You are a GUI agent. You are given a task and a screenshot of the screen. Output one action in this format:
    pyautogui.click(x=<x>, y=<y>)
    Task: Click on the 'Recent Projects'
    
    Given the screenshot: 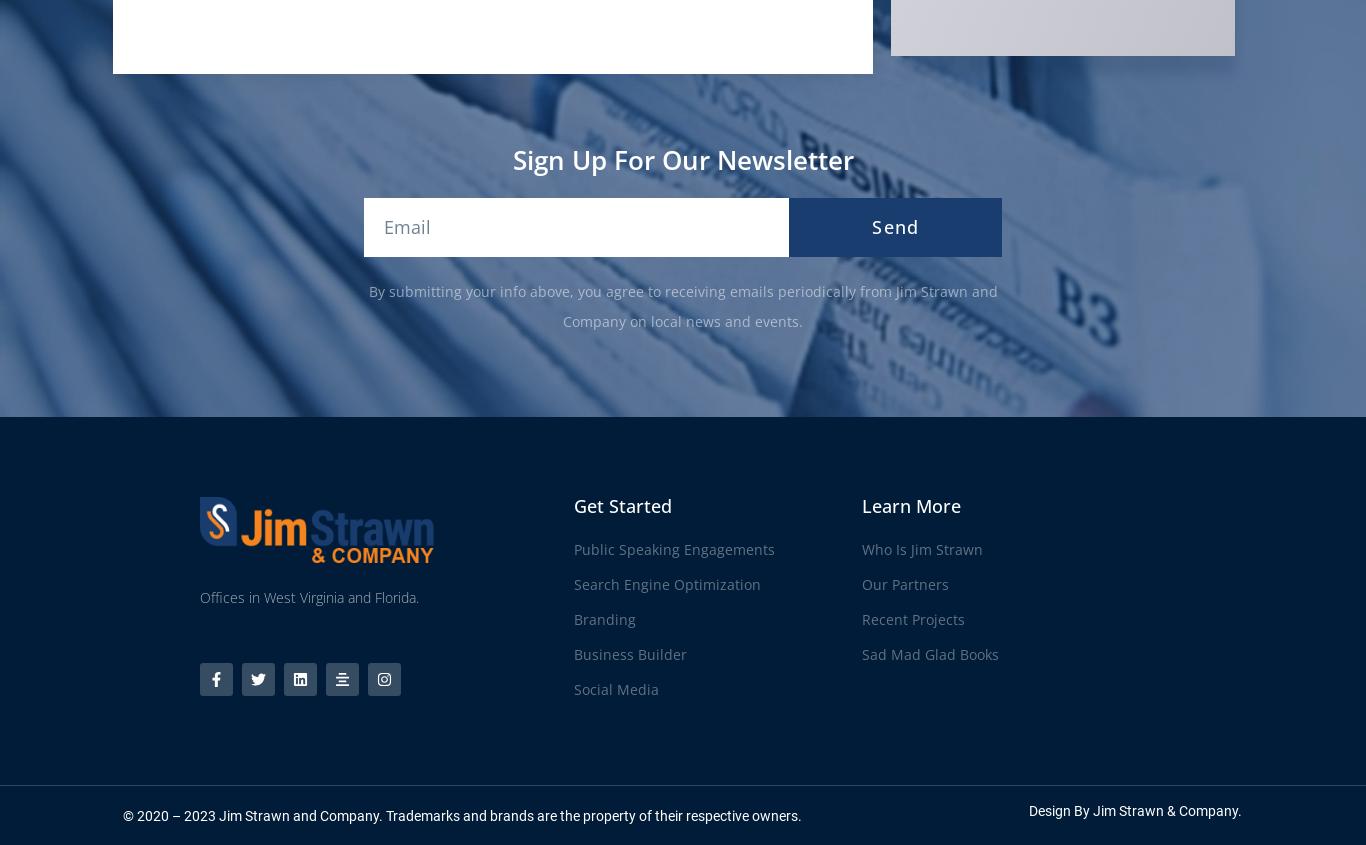 What is the action you would take?
    pyautogui.click(x=913, y=619)
    